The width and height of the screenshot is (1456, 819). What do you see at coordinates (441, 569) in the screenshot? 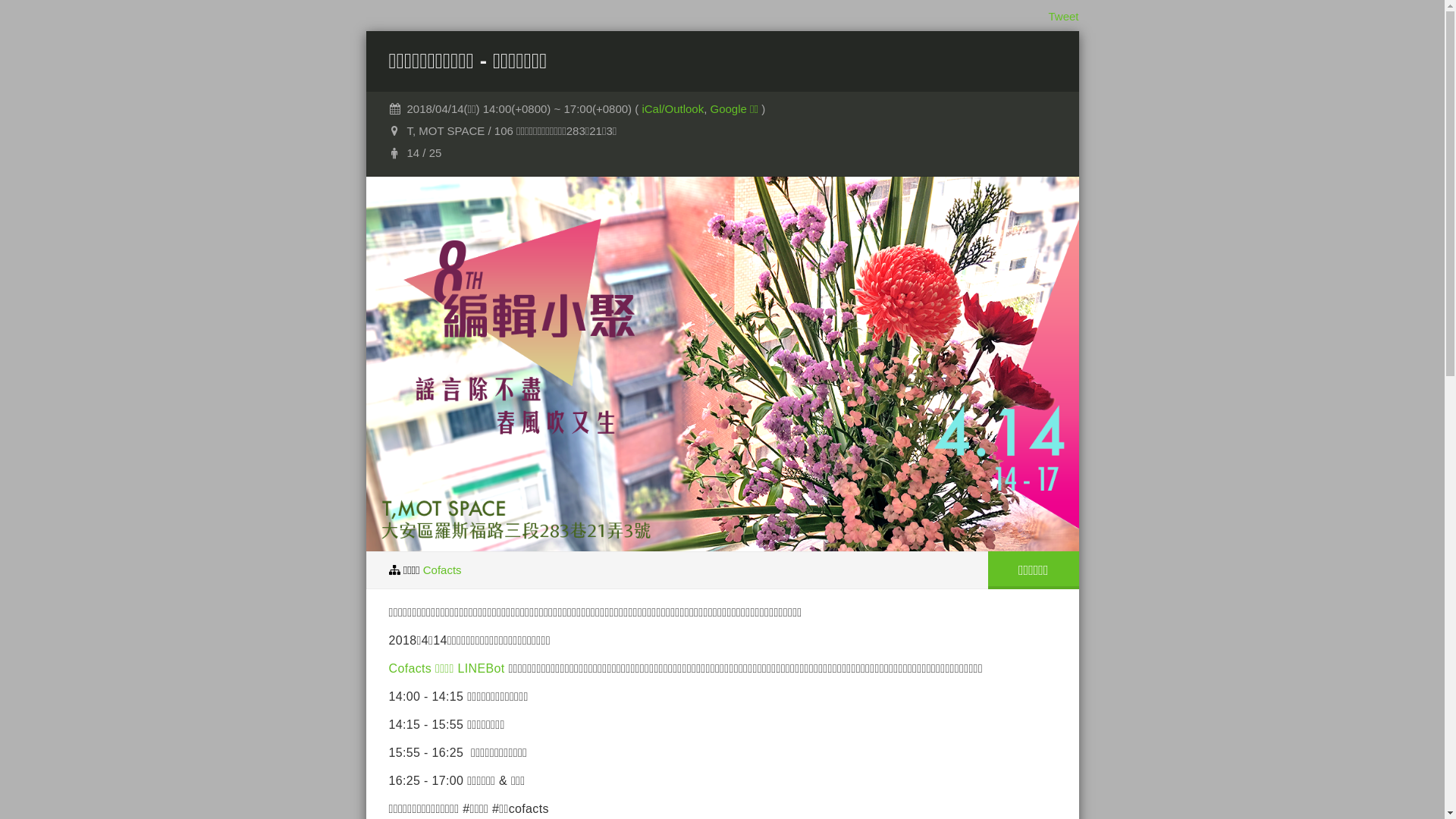
I see `'Cofacts'` at bounding box center [441, 569].